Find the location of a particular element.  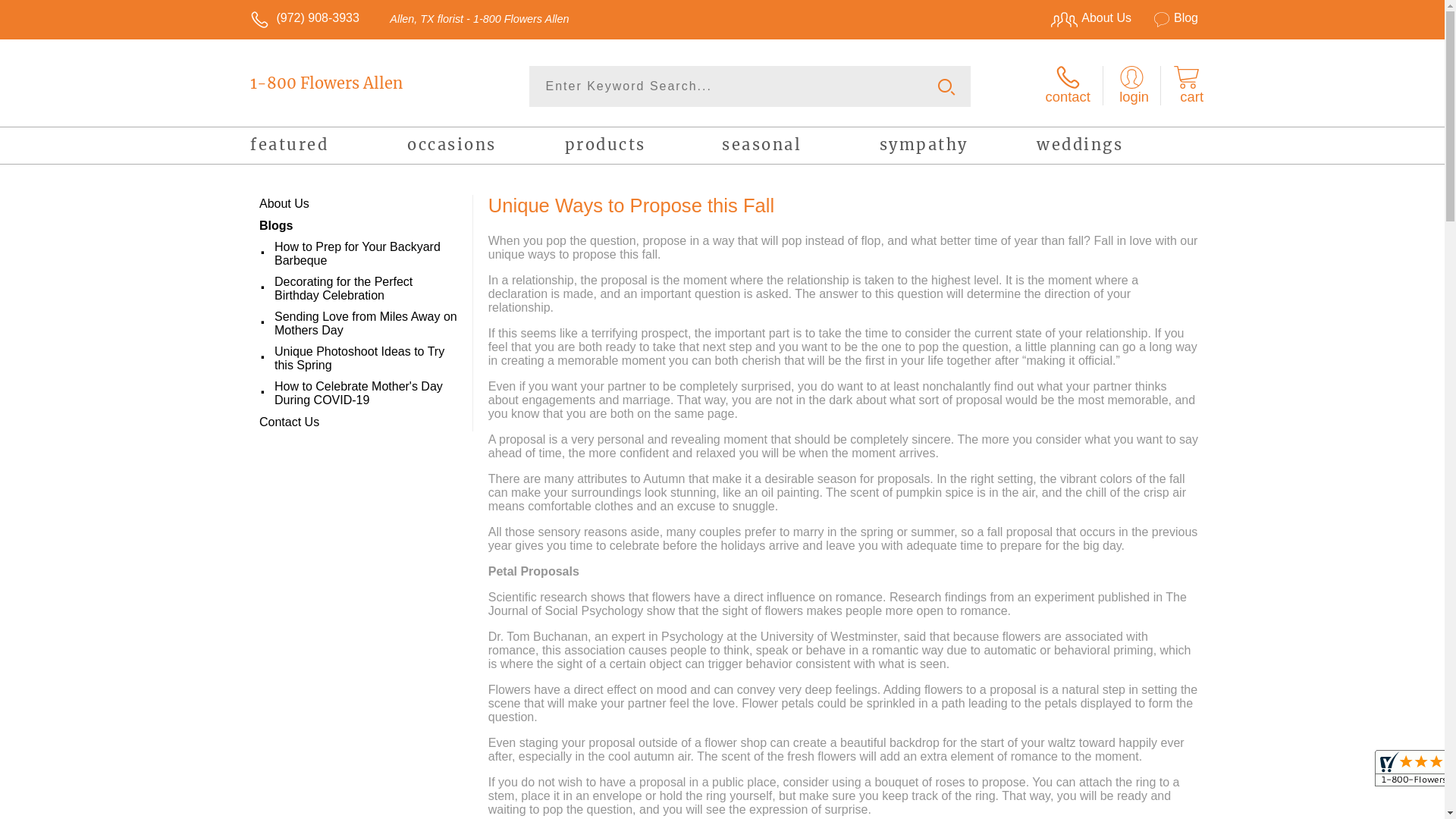

'1-800 Flowers Allen' is located at coordinates (359, 83).